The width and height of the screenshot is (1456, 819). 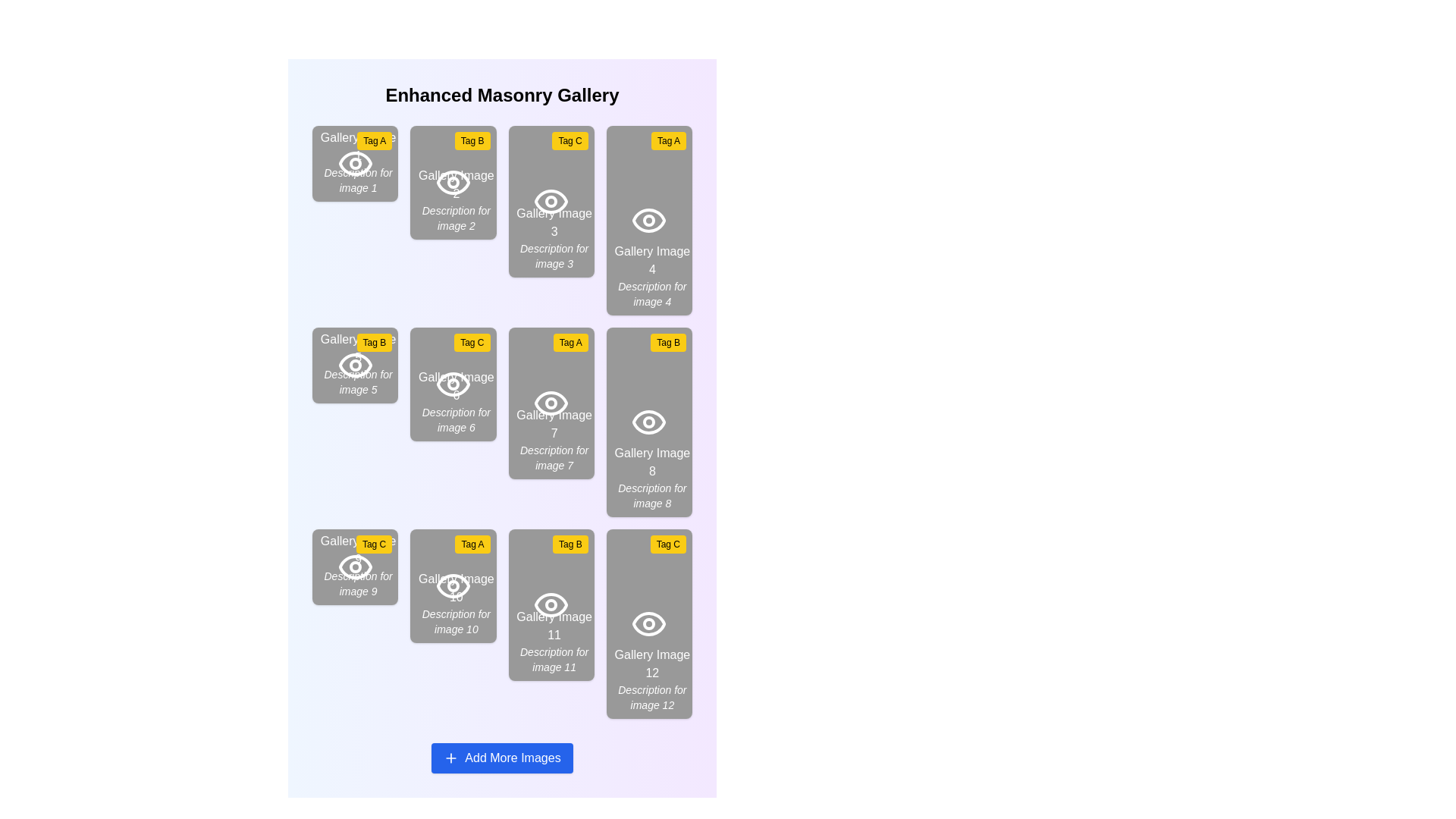 What do you see at coordinates (551, 201) in the screenshot?
I see `the elliptical outline of the eye icon within the tile labeled 'Gallery Image 3'` at bounding box center [551, 201].